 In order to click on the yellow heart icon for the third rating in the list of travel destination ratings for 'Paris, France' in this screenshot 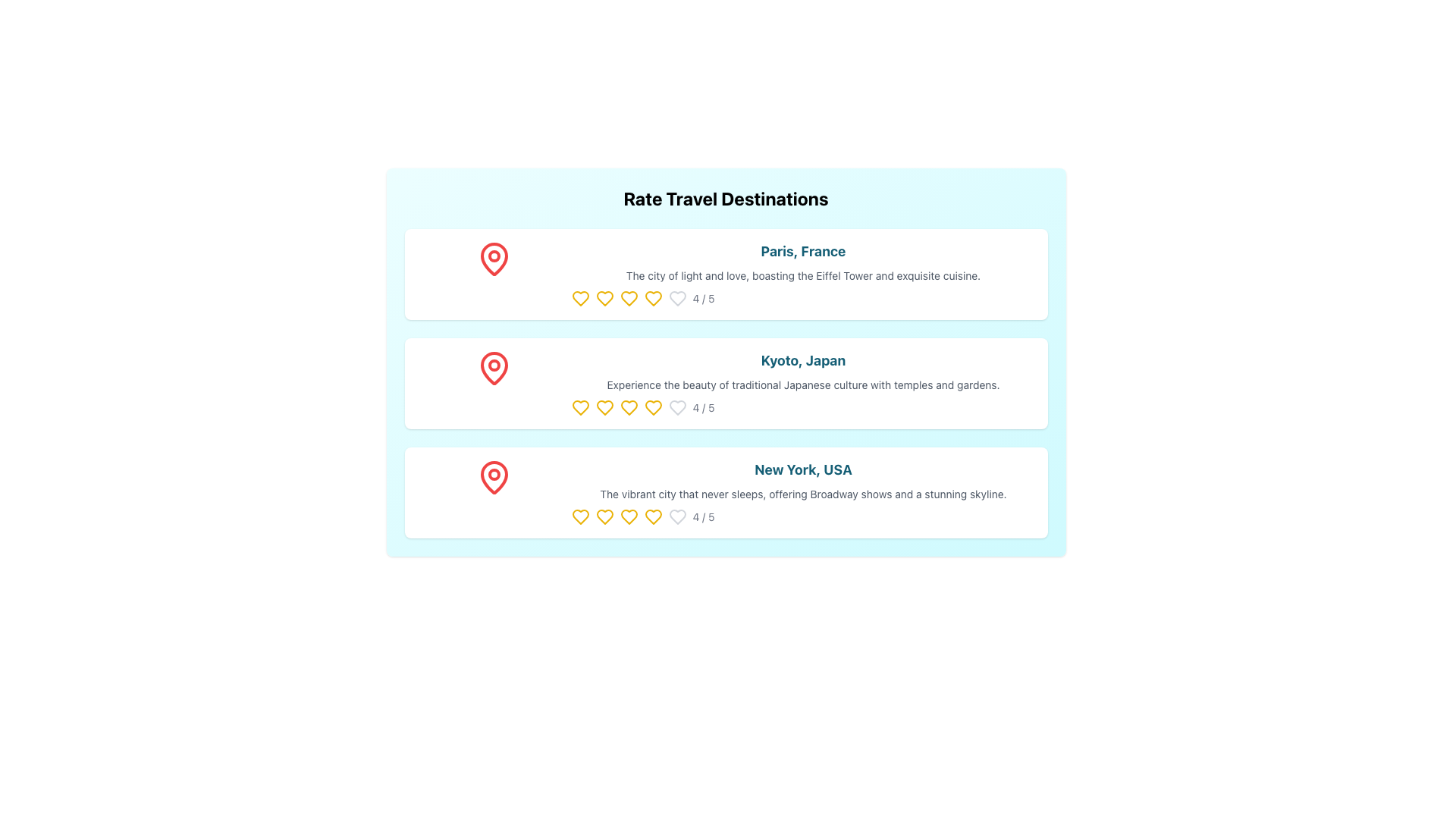, I will do `click(629, 298)`.